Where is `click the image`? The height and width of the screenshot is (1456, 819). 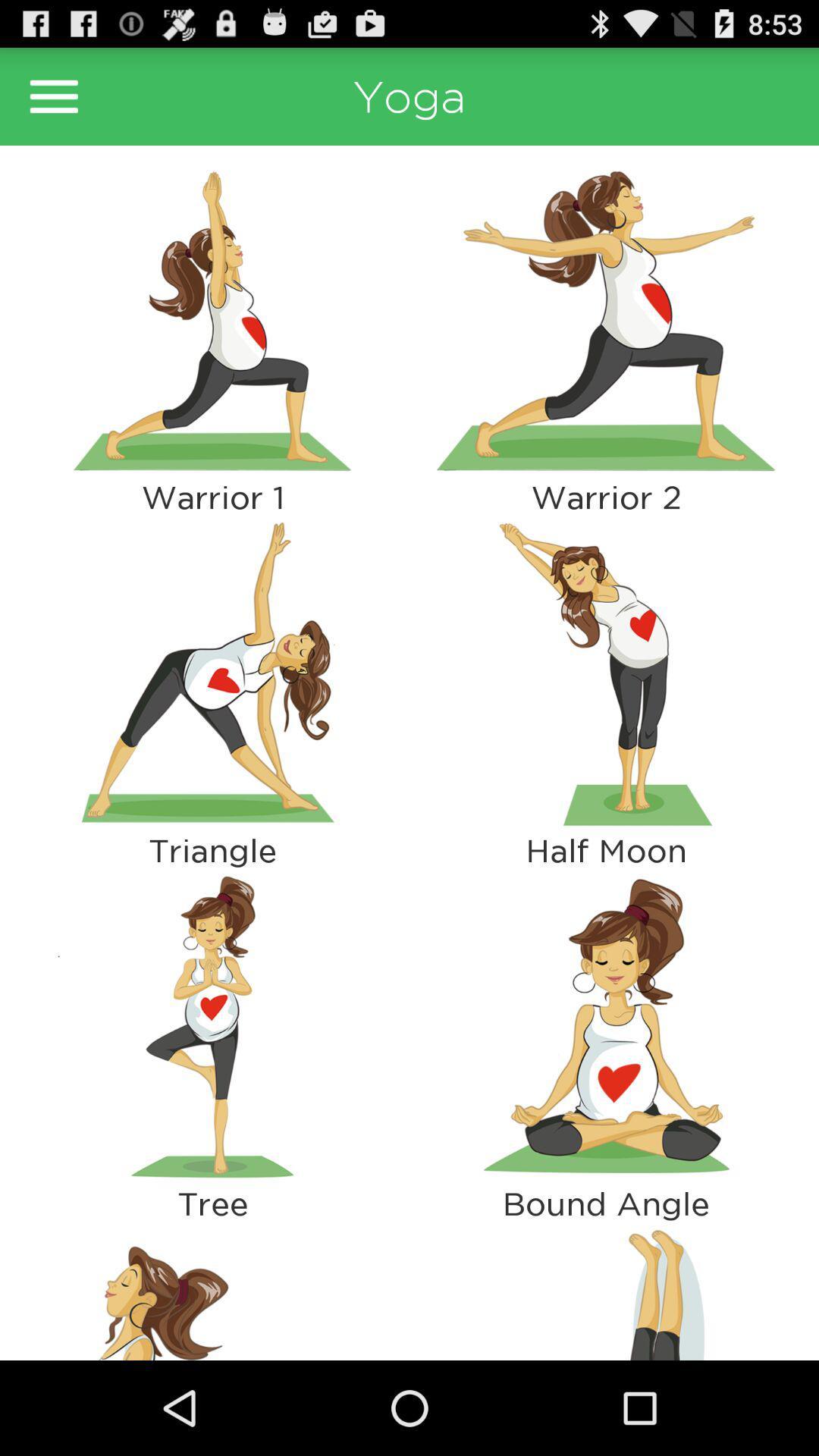 click the image is located at coordinates (212, 319).